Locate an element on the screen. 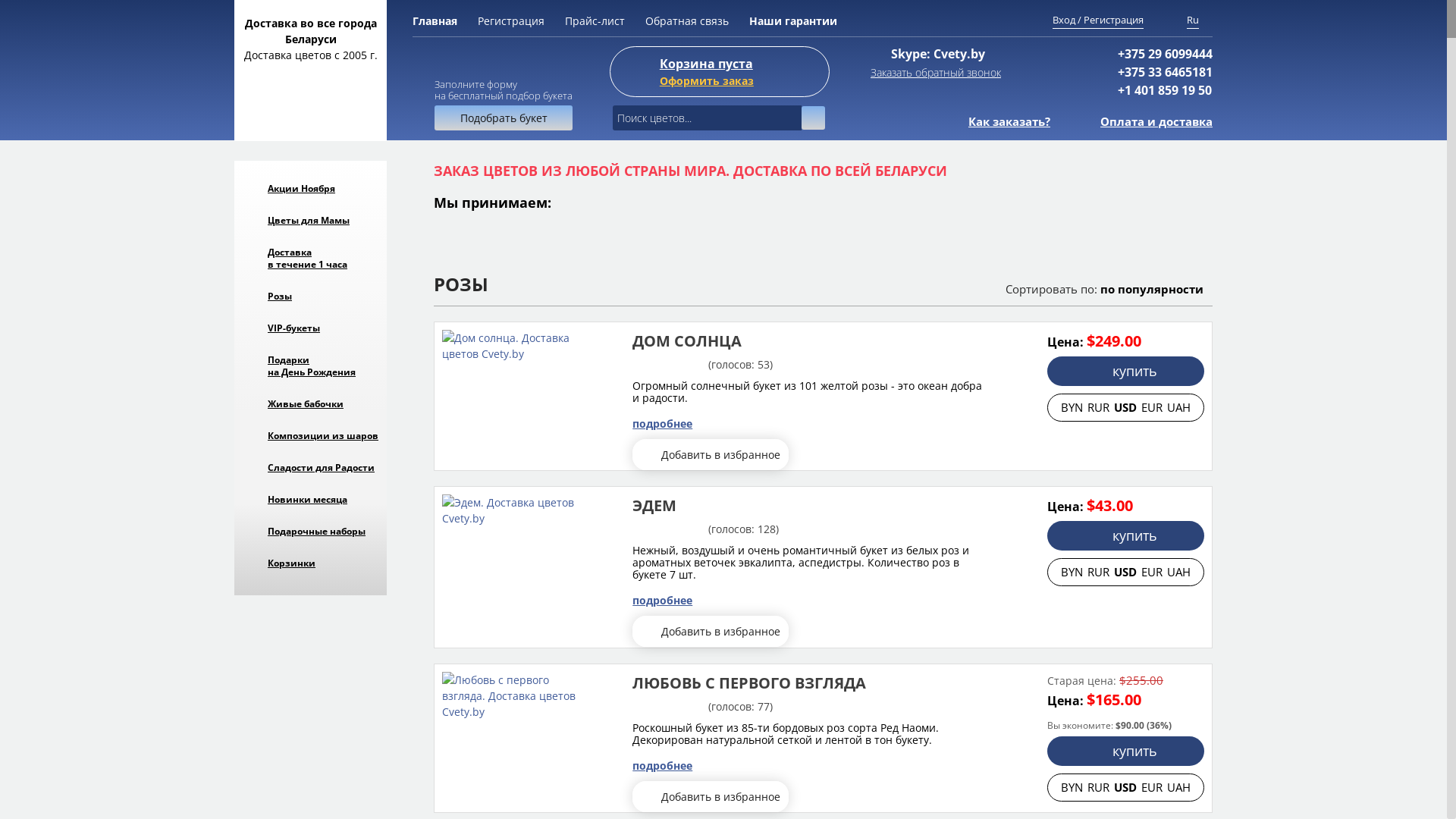 This screenshot has width=1456, height=819. 'UAH' is located at coordinates (1178, 406).